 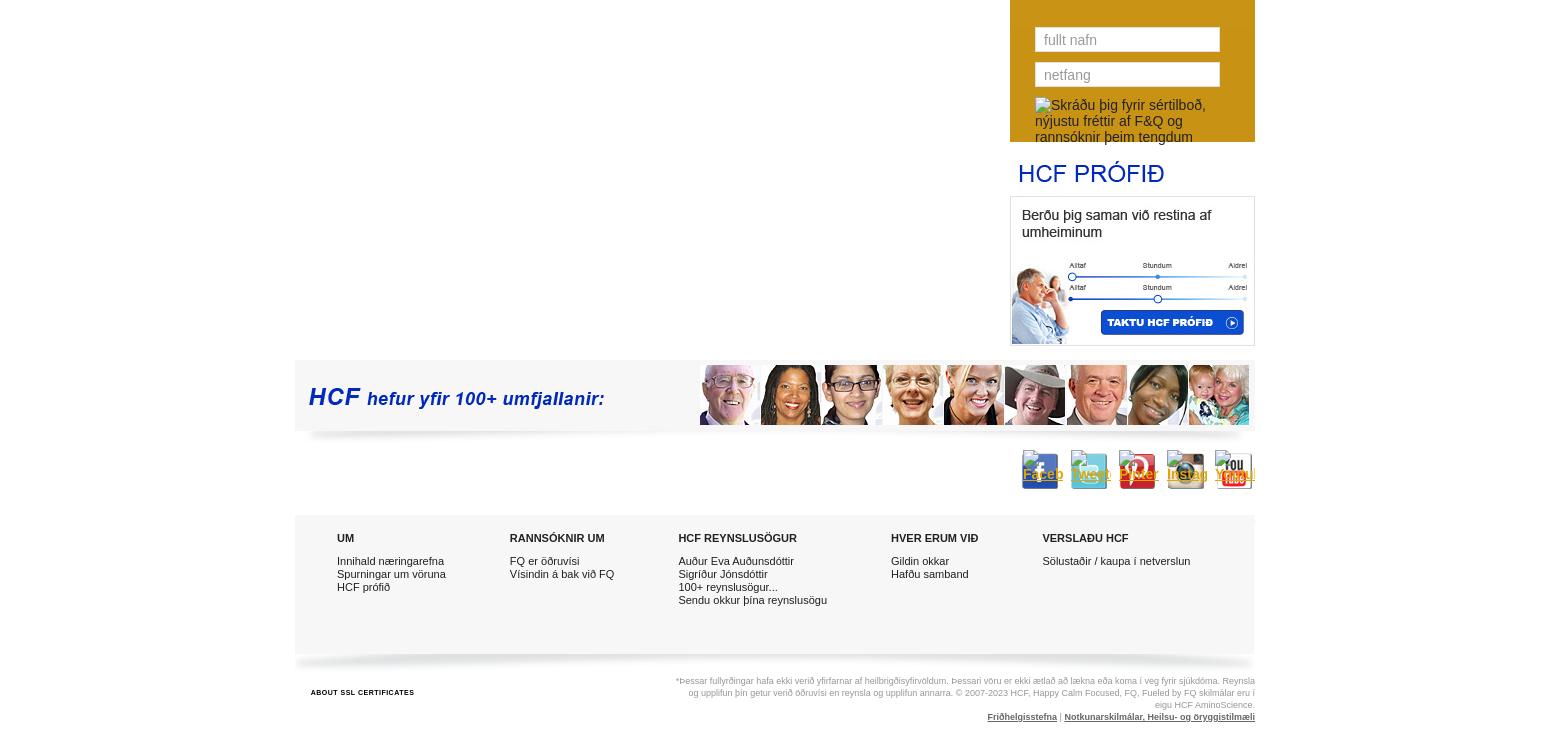 I want to click on 'Notkunarskilmálar, Heilsu- og öryggistilmæli', so click(x=1158, y=717).